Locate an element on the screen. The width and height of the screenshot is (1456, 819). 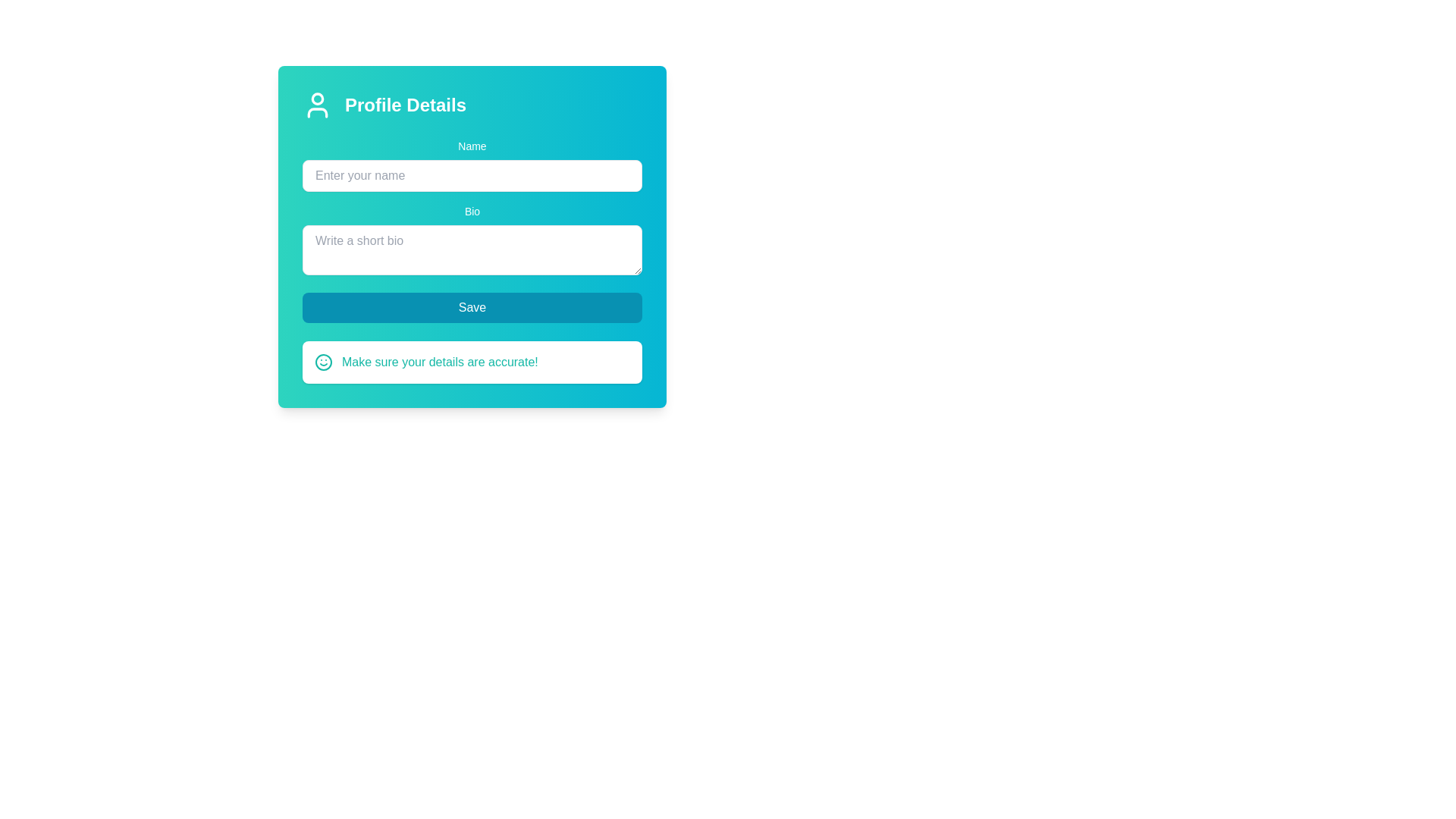
the 'Save' button, which is a wide rounded rectangular button with a cyan background and white text, located centrally at the bottom of the form fields is located at coordinates (472, 307).